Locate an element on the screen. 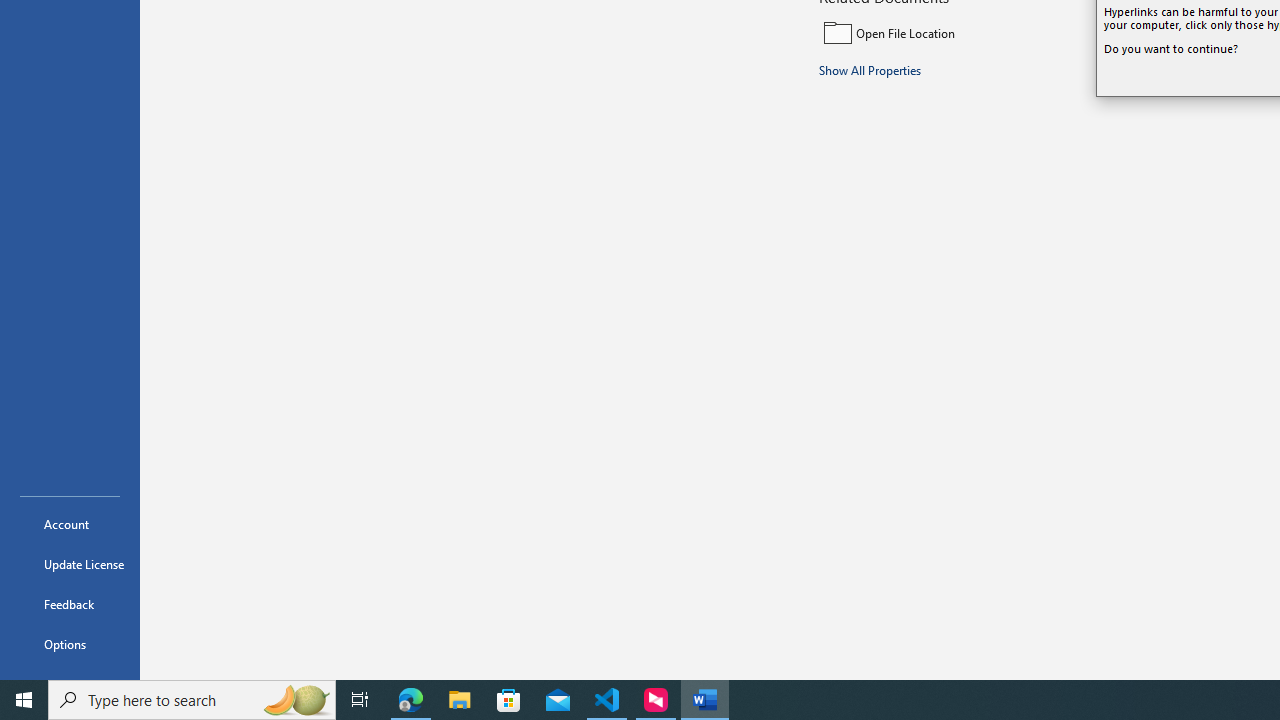  'File Explorer' is located at coordinates (459, 698).